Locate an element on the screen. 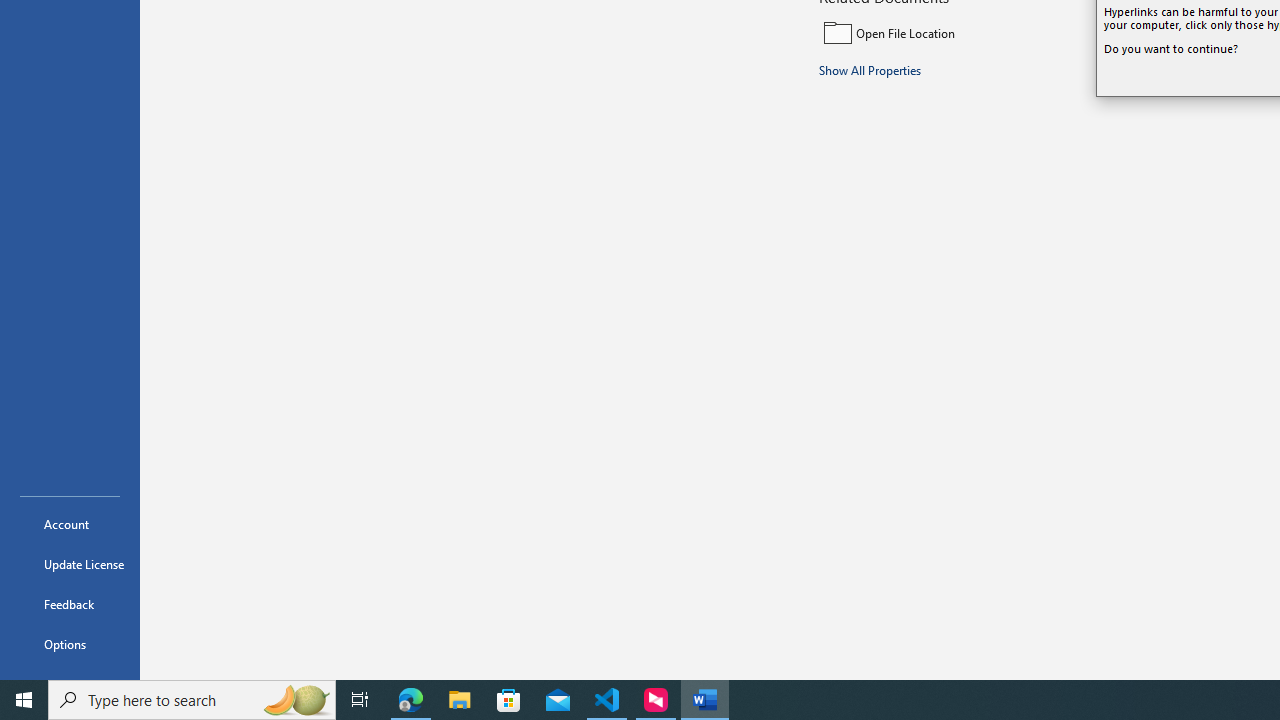  'File Explorer' is located at coordinates (459, 698).